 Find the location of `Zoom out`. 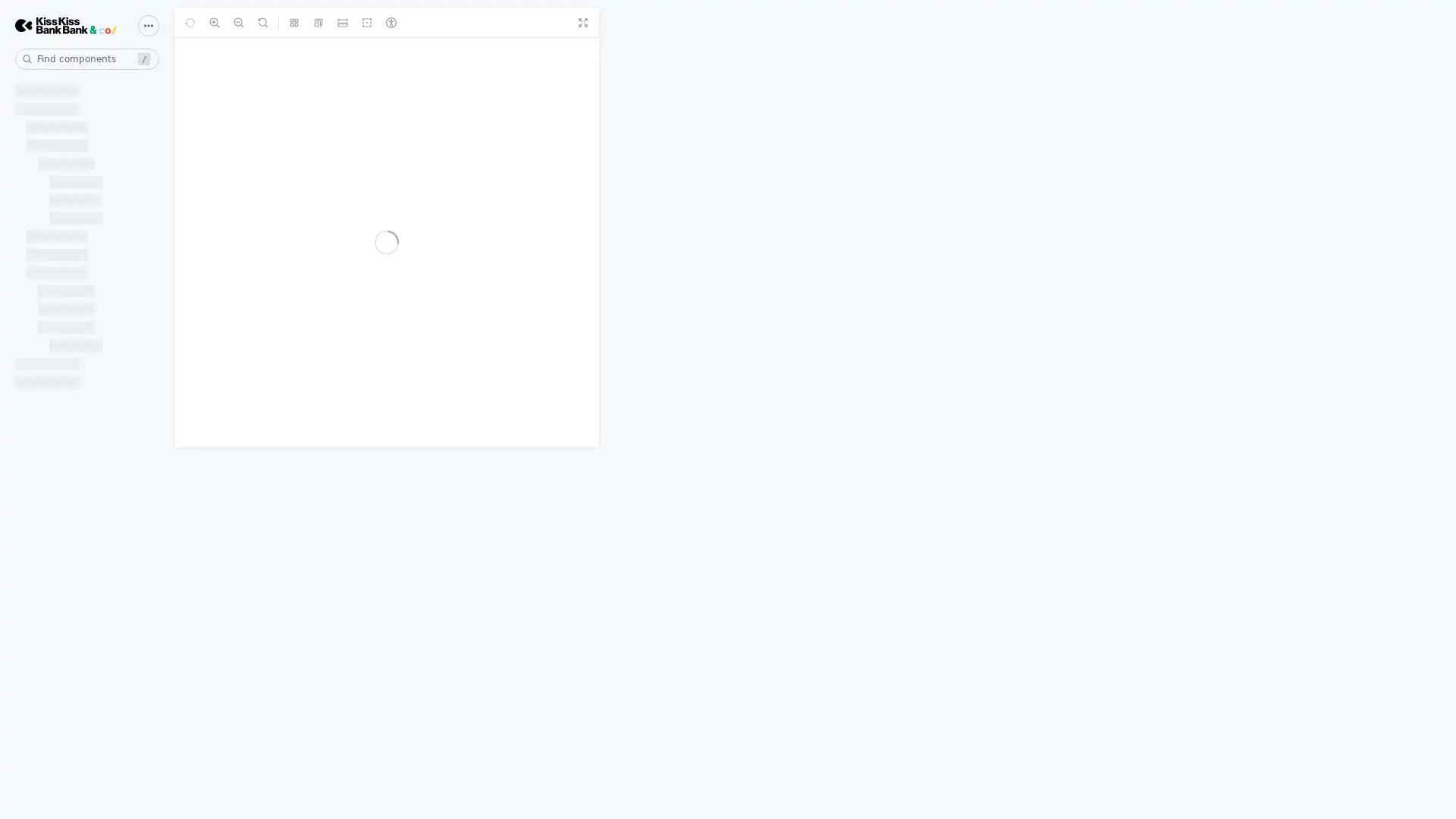

Zoom out is located at coordinates (356, 23).